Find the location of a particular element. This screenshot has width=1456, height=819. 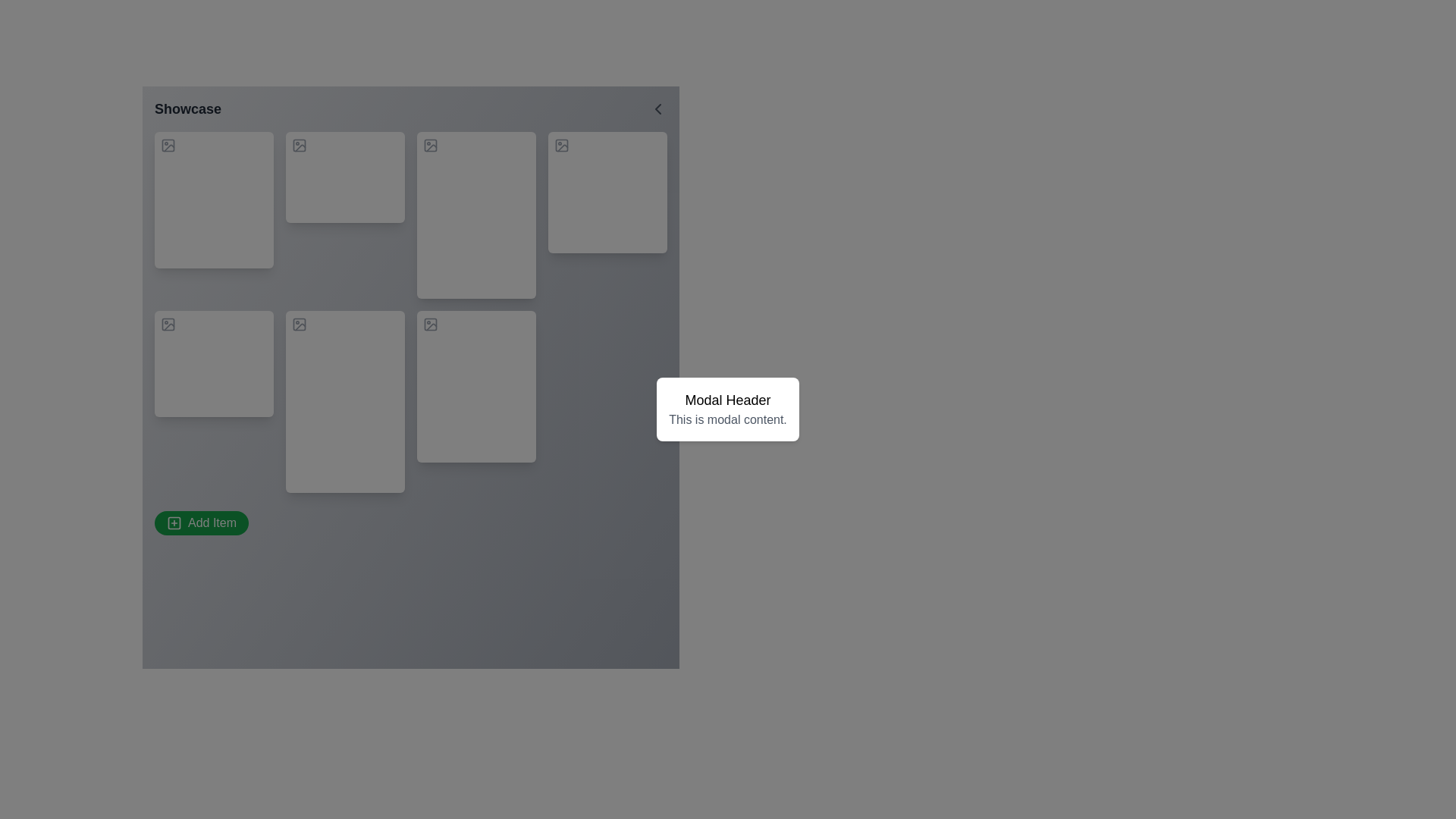

the decorative icon located in the top-left corner of a card element in the top-right area of the interface grid is located at coordinates (560, 146).